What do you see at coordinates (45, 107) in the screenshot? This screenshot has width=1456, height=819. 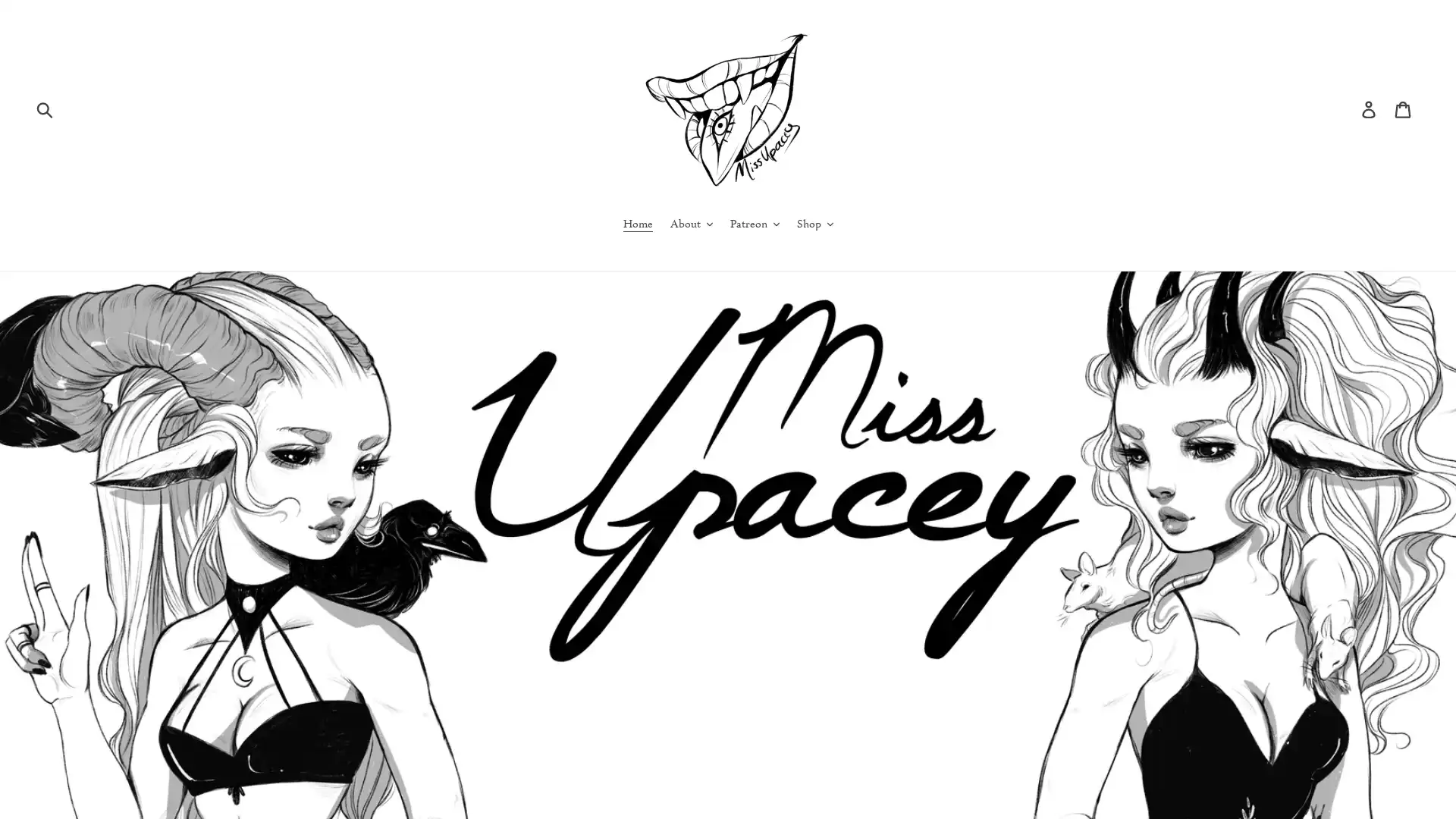 I see `Submit` at bounding box center [45, 107].